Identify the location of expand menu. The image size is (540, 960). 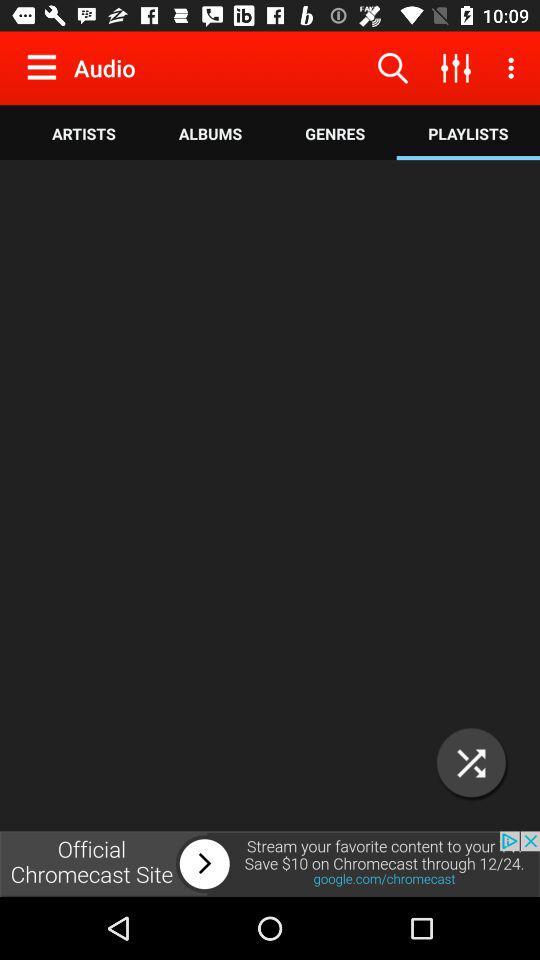
(46, 67).